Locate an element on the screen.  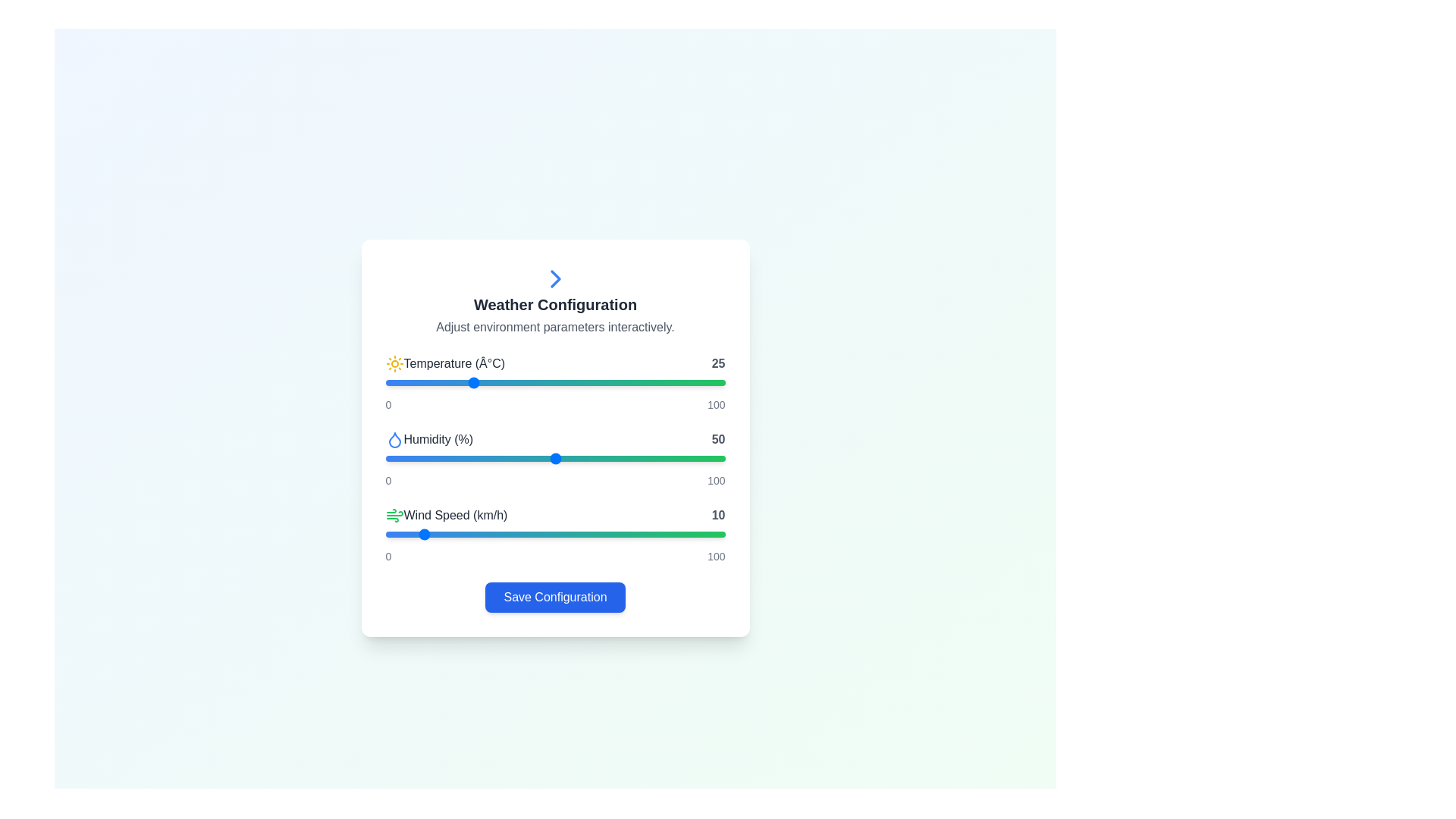
the save button located near the bottom of the white panel to observe visual feedback is located at coordinates (554, 596).